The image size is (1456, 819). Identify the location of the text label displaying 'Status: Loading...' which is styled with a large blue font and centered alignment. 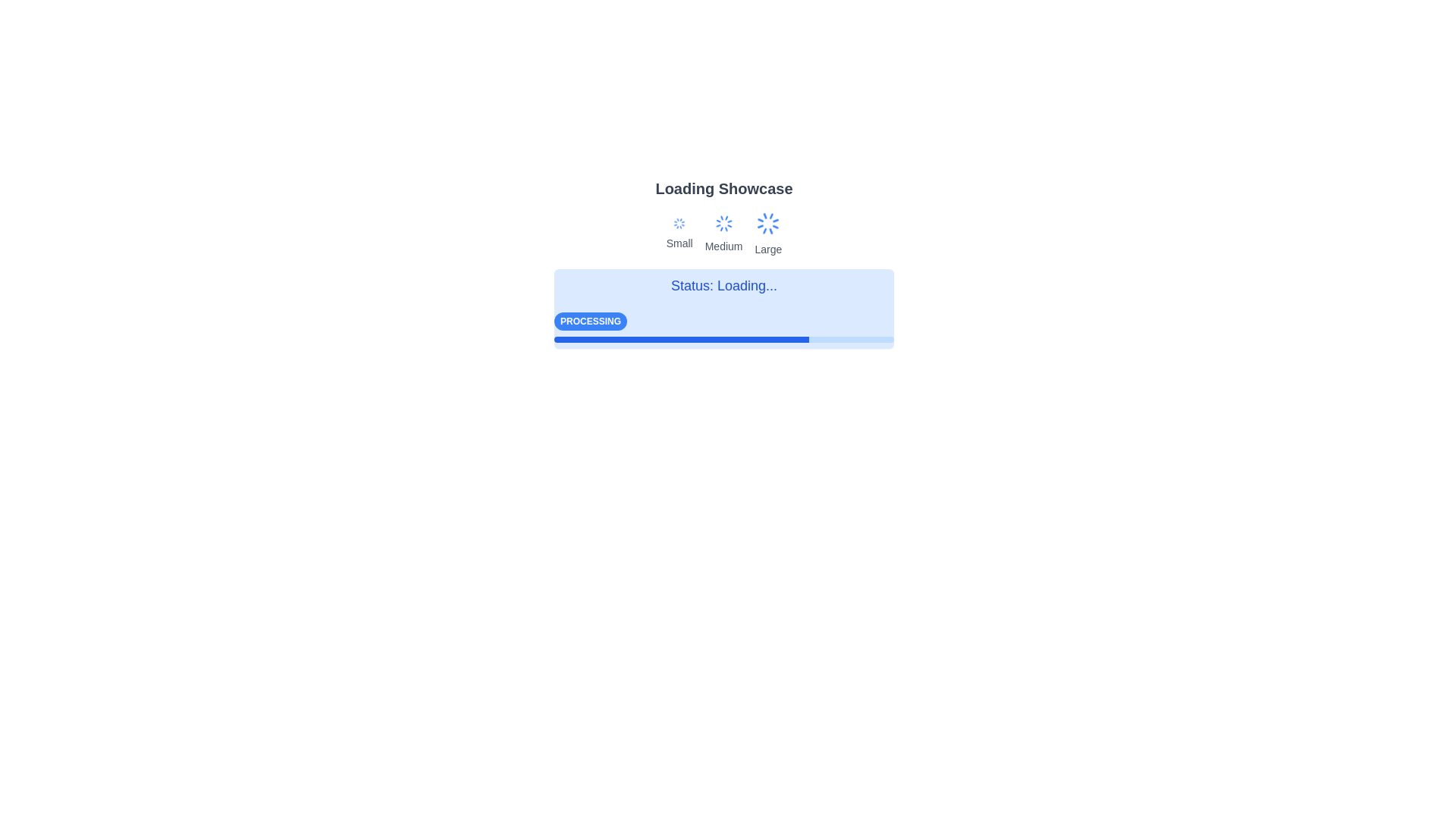
(723, 286).